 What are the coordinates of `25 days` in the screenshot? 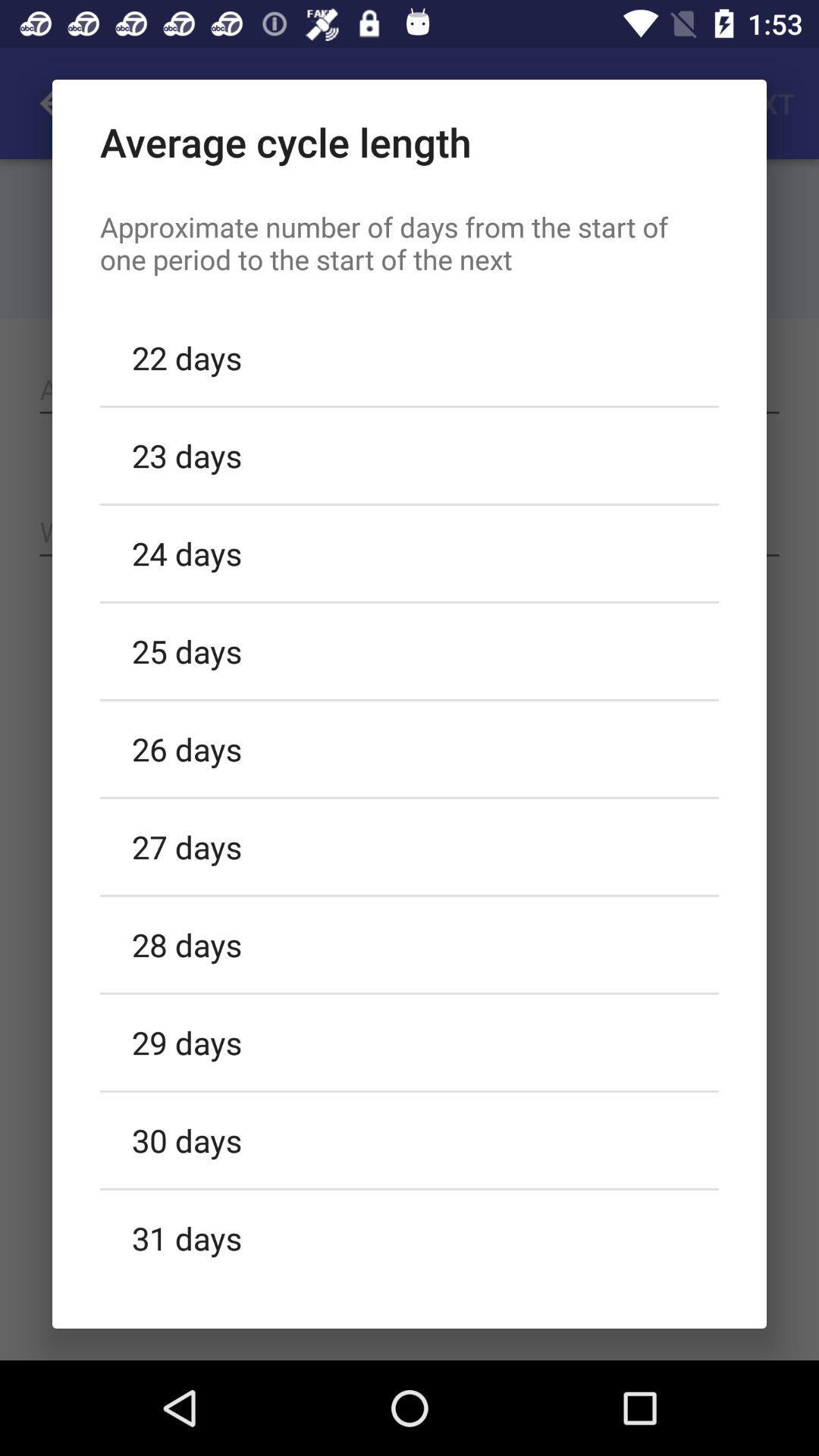 It's located at (409, 651).